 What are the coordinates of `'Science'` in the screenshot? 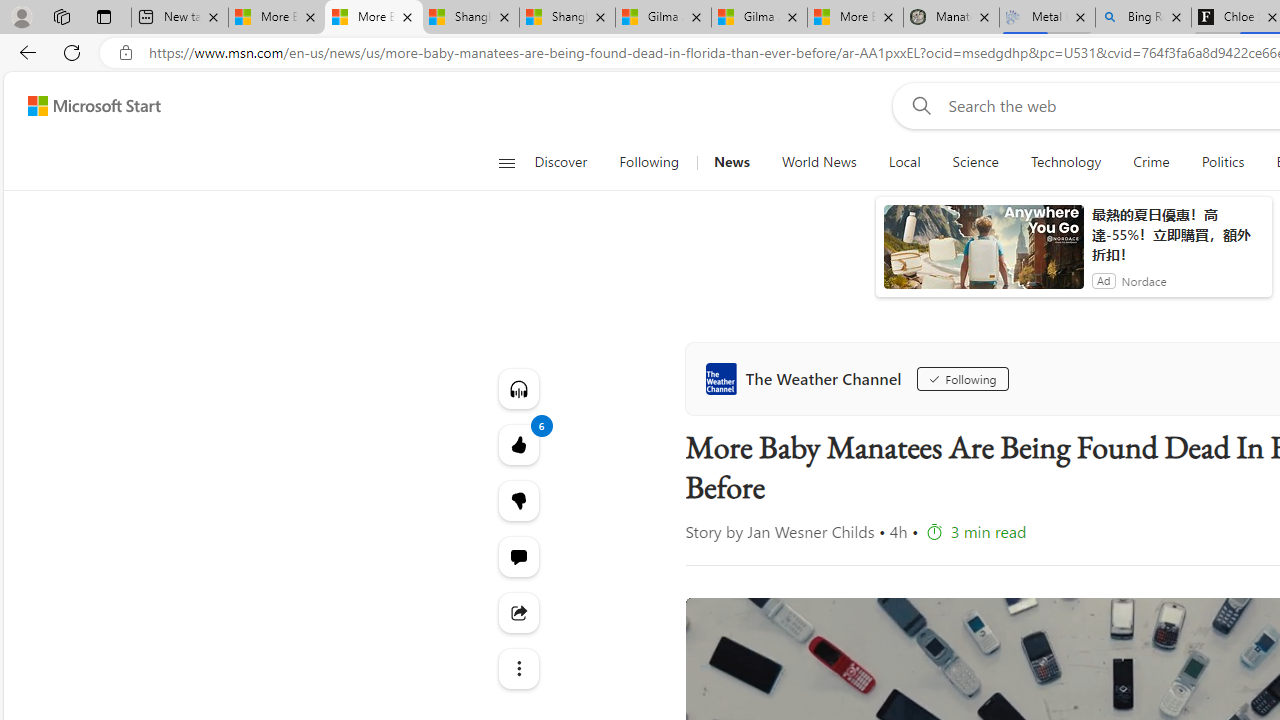 It's located at (975, 162).